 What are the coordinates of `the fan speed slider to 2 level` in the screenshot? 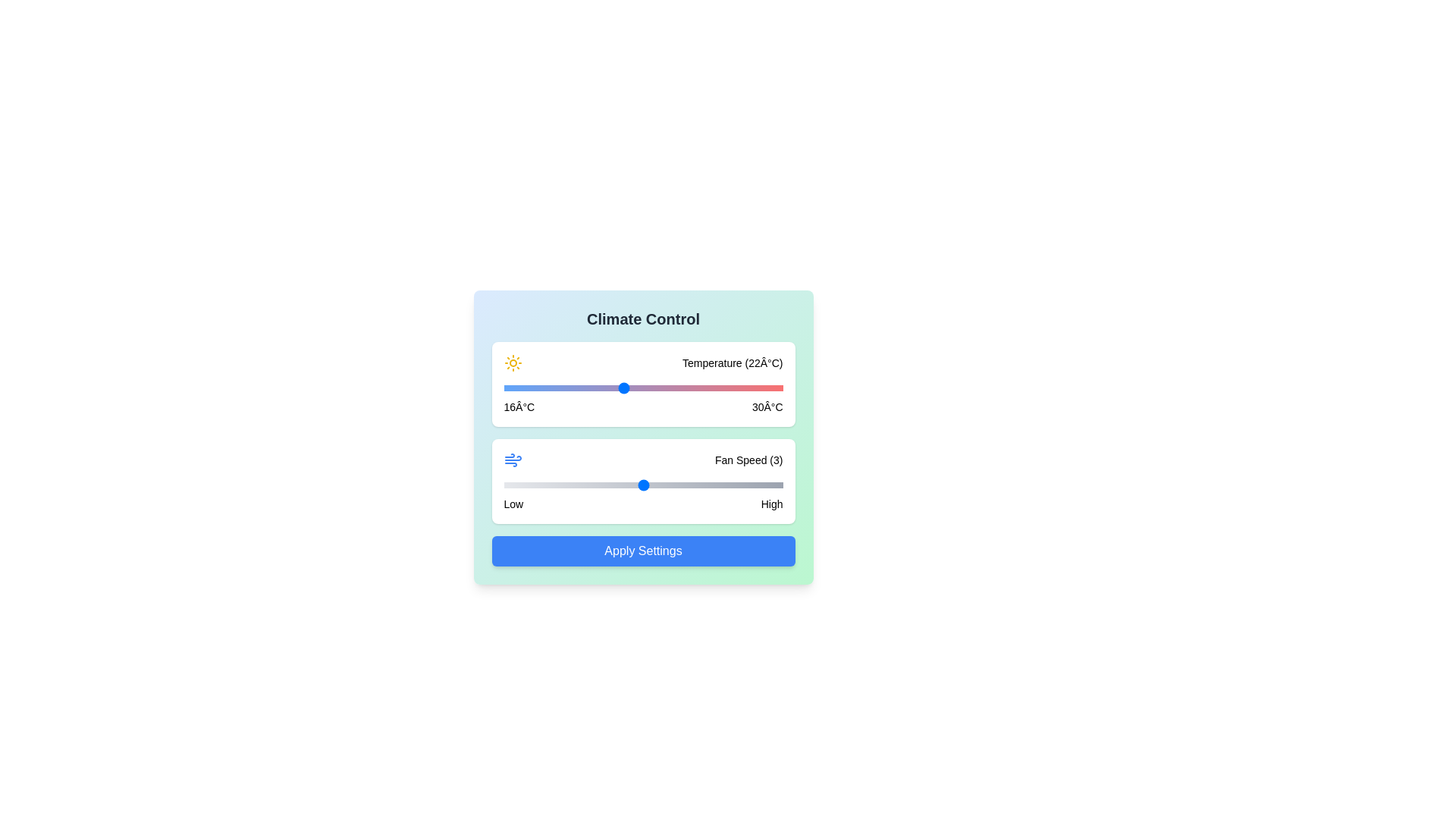 It's located at (573, 485).